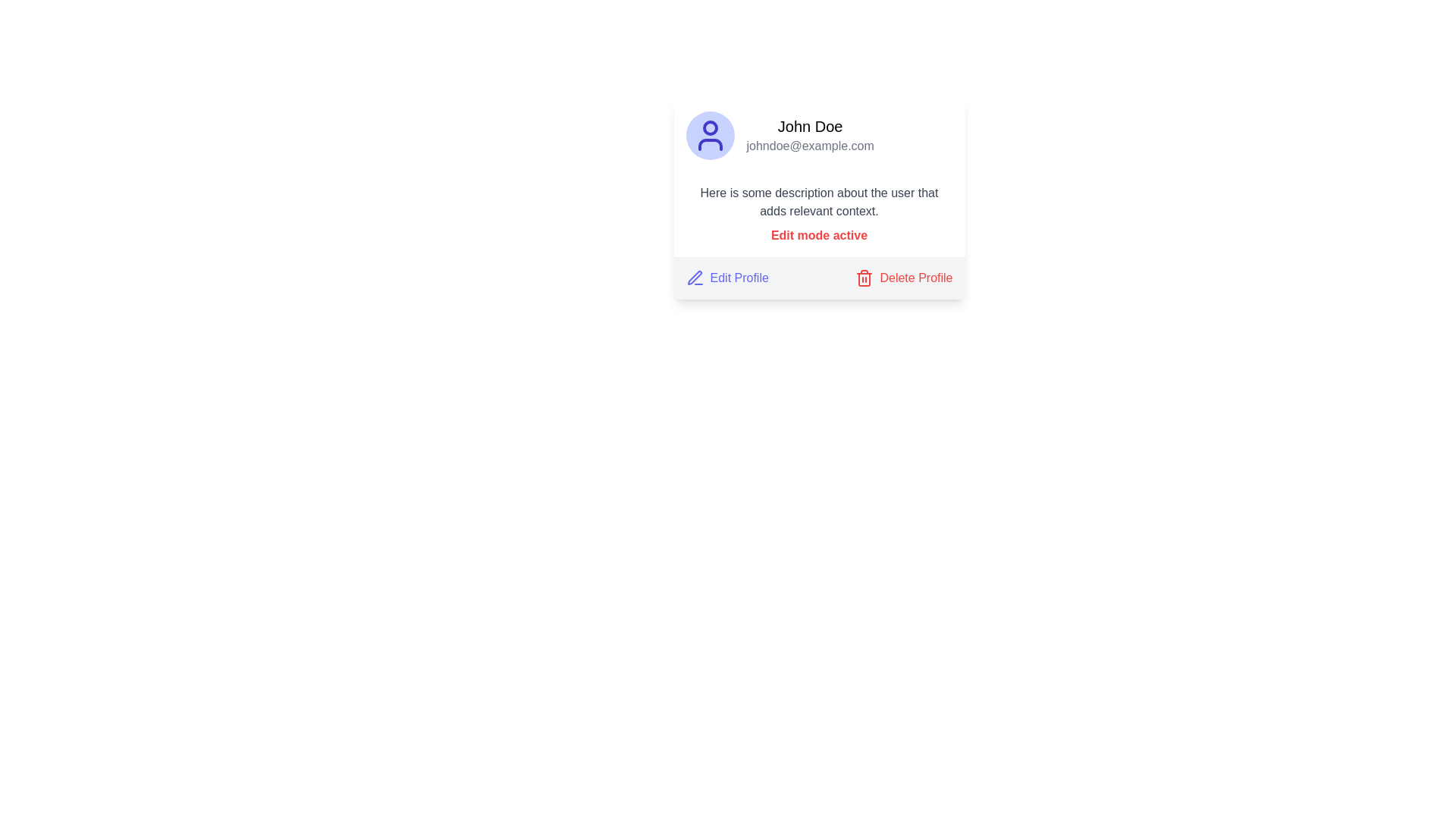  What do you see at coordinates (780, 134) in the screenshot?
I see `the User Profile Section that displays the user's name and email with a circular avatar, located at the upper-middle of the card layout` at bounding box center [780, 134].